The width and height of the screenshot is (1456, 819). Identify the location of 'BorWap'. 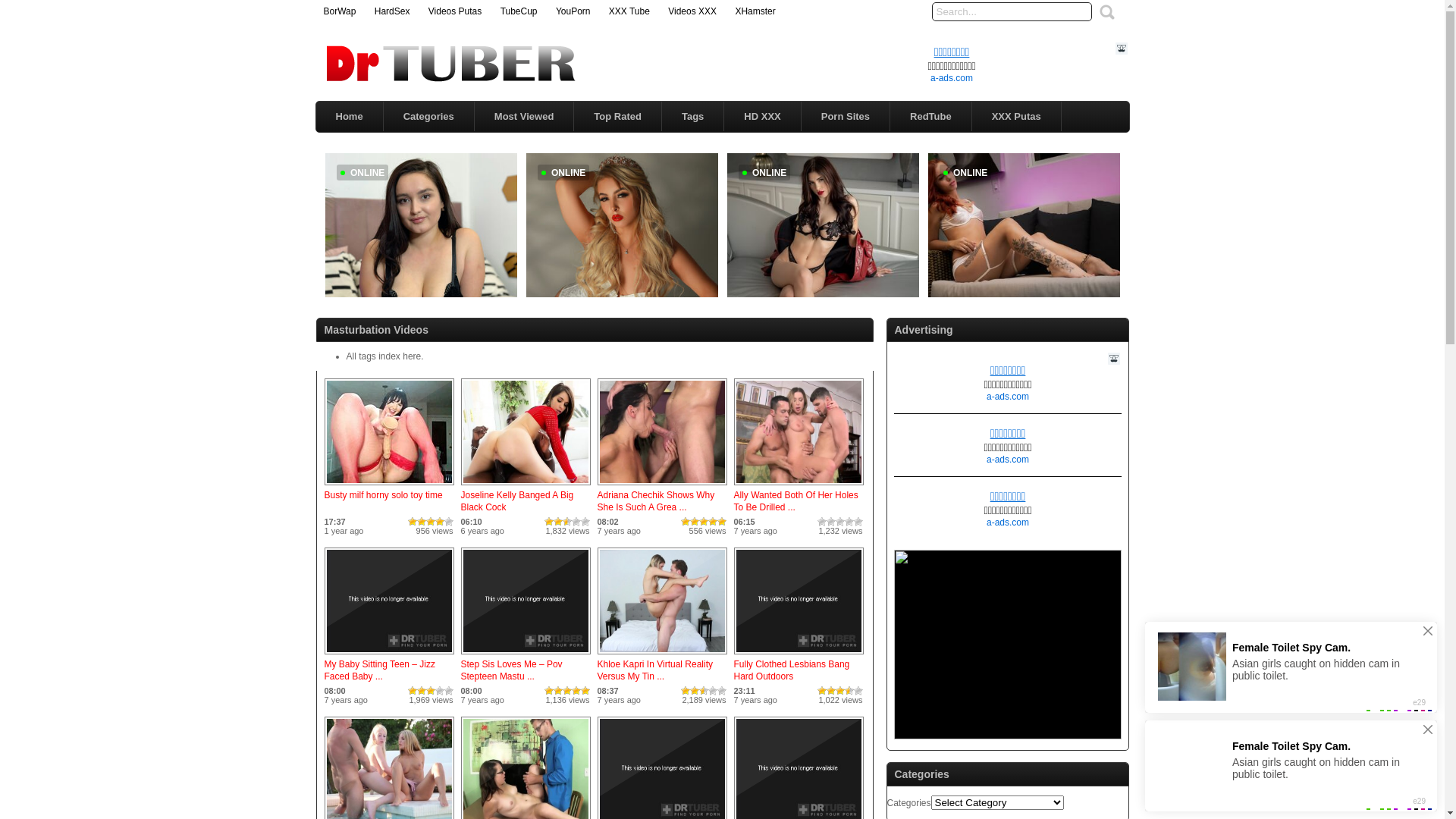
(338, 11).